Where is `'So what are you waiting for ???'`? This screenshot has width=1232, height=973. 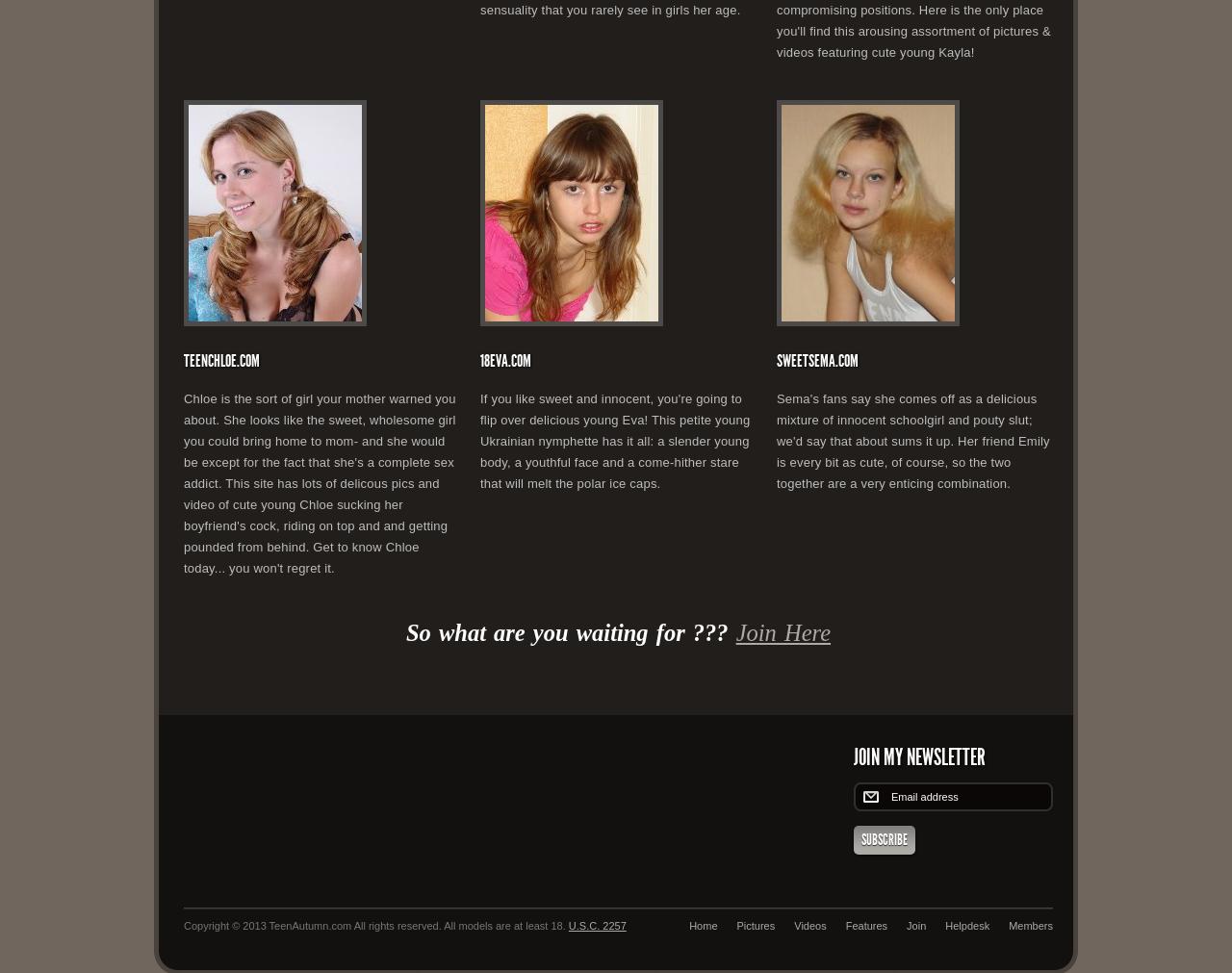
'So what are you waiting for ???' is located at coordinates (565, 632).